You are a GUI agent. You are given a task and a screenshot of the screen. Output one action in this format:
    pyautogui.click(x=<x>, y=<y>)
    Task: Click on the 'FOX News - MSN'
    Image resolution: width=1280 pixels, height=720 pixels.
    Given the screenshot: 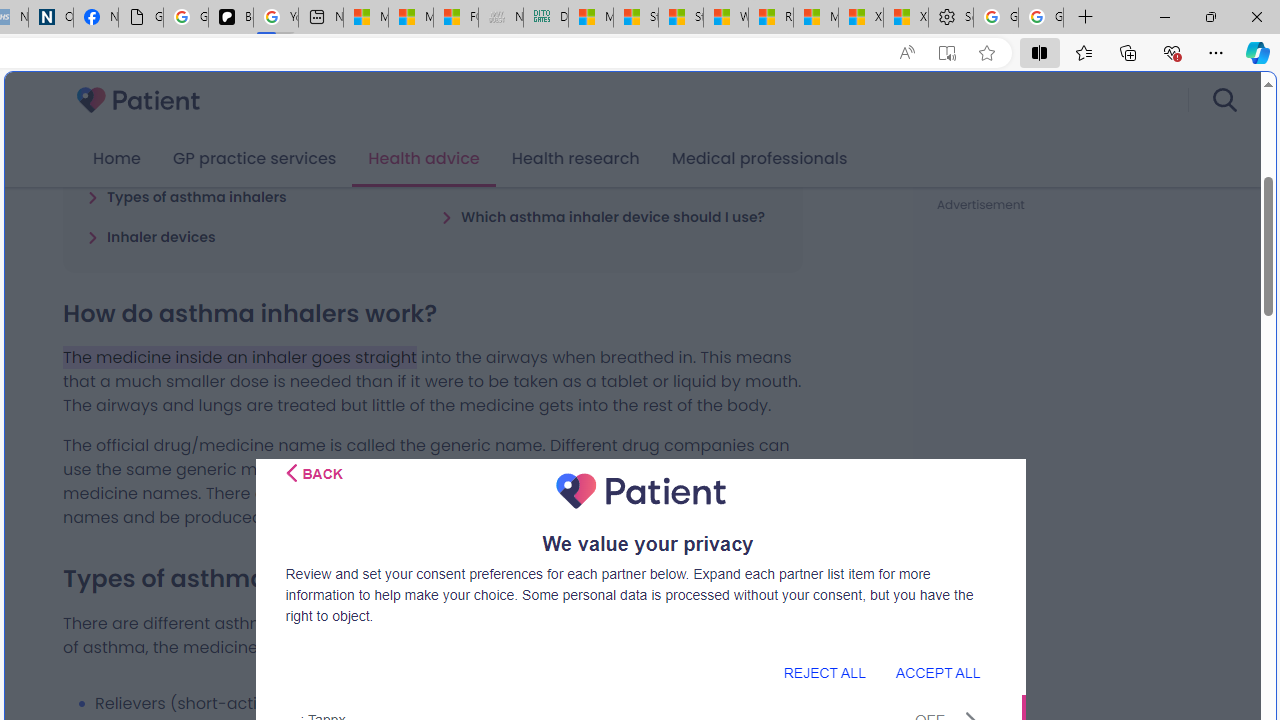 What is the action you would take?
    pyautogui.click(x=454, y=17)
    